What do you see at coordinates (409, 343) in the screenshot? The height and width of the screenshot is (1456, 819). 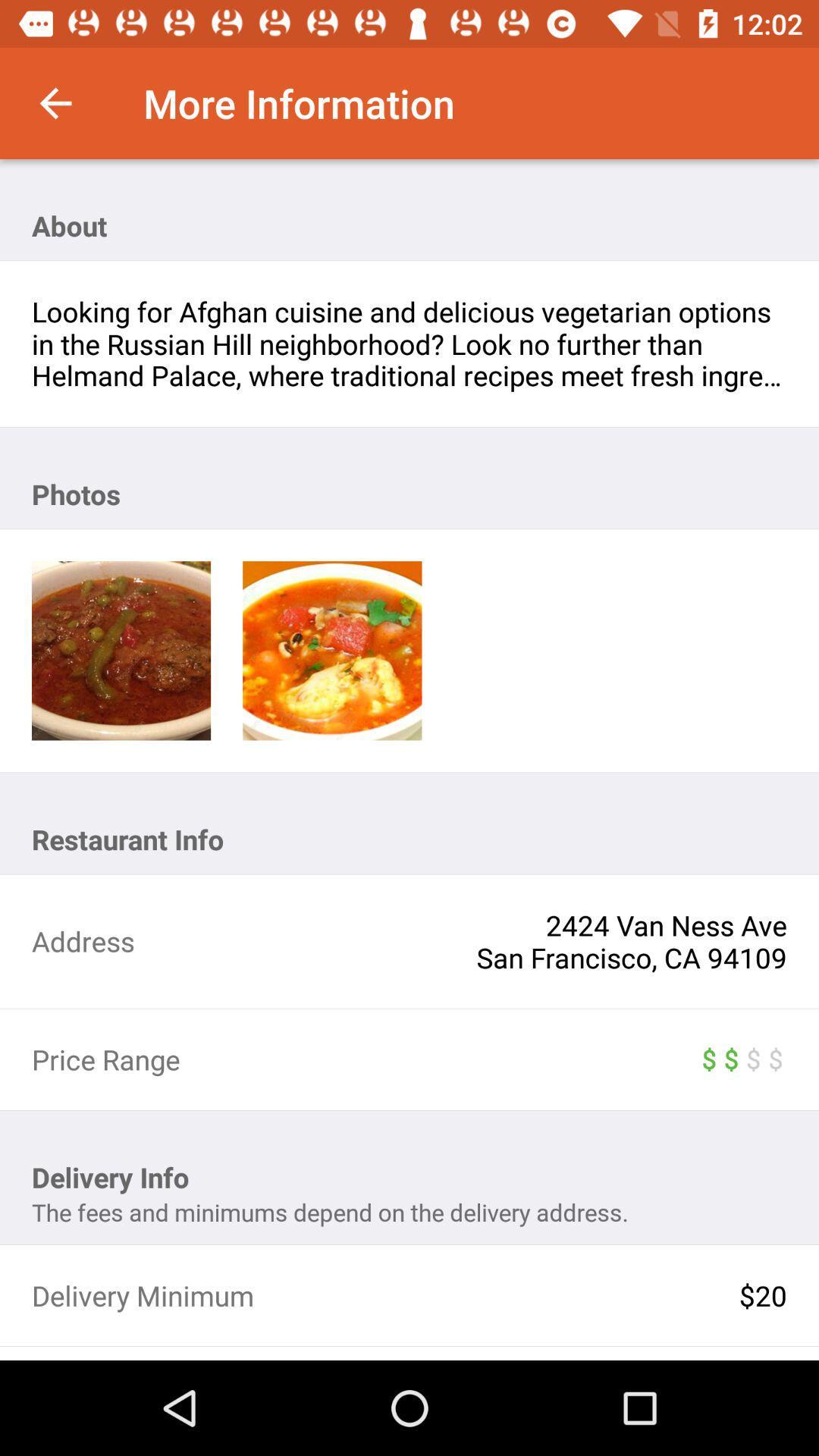 I see `item below about item` at bounding box center [409, 343].